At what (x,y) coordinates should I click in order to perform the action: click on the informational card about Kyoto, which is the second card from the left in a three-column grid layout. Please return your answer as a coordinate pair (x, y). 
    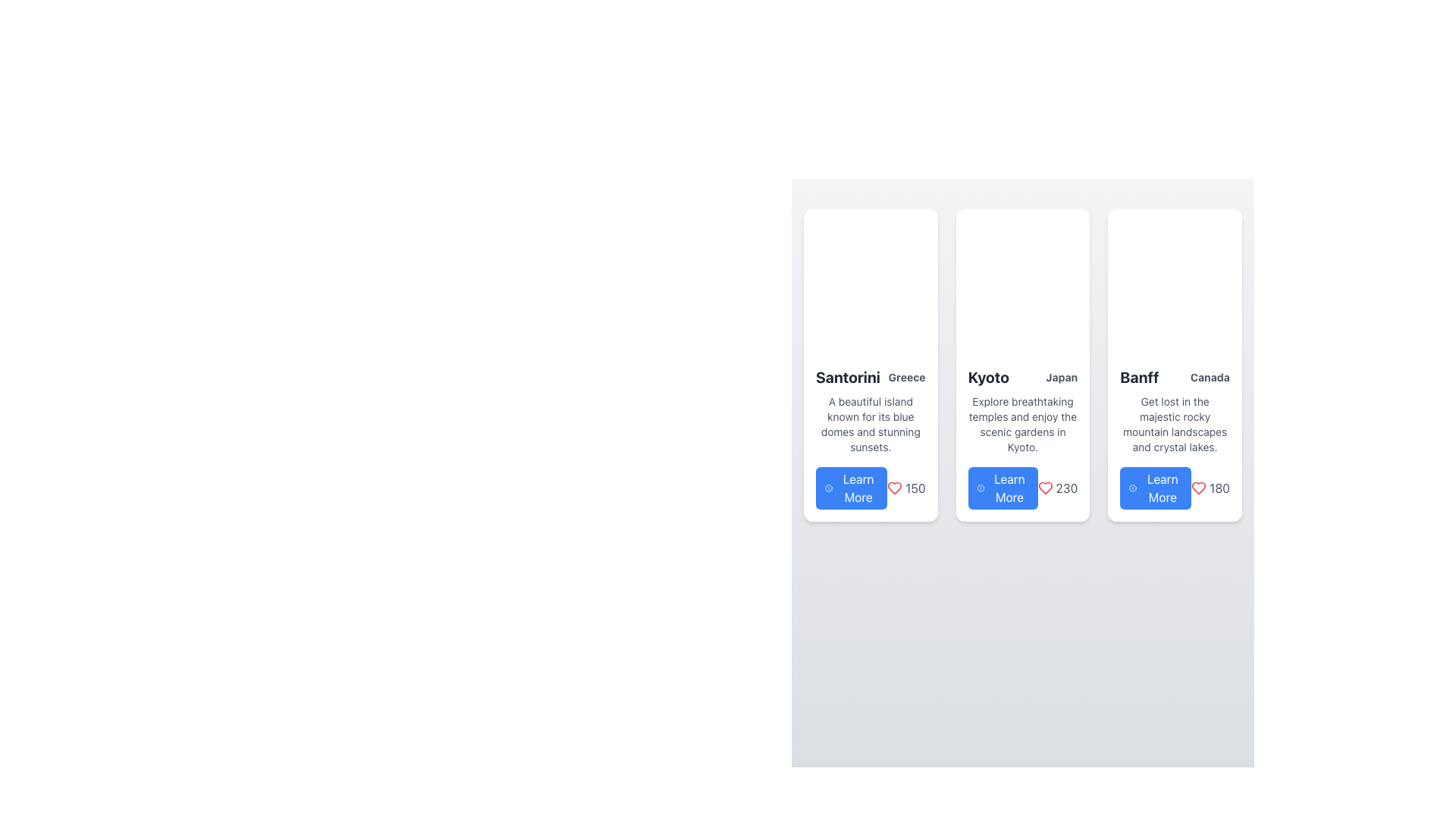
    Looking at the image, I should click on (1022, 366).